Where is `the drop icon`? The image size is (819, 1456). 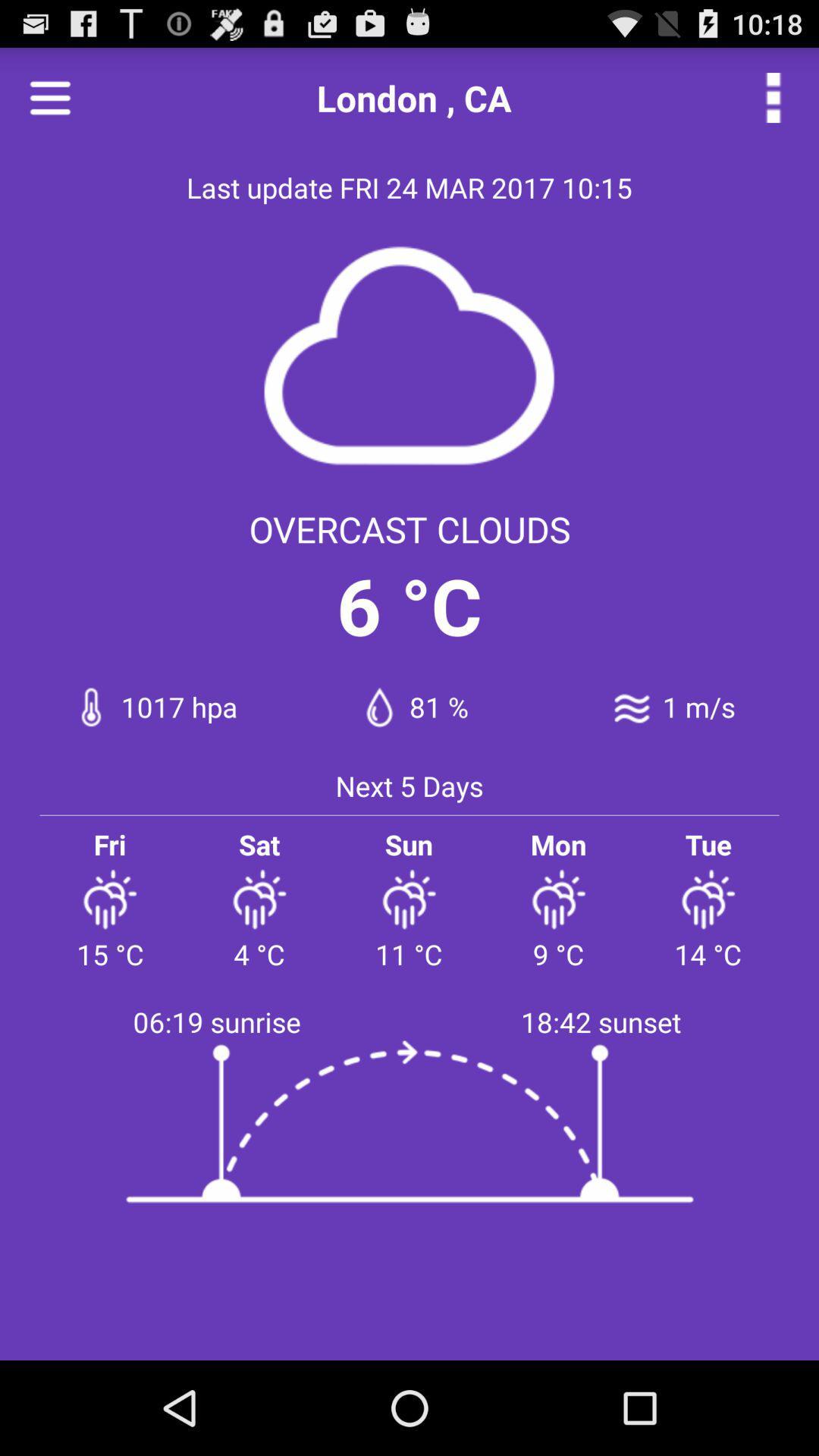 the drop icon is located at coordinates (378, 706).